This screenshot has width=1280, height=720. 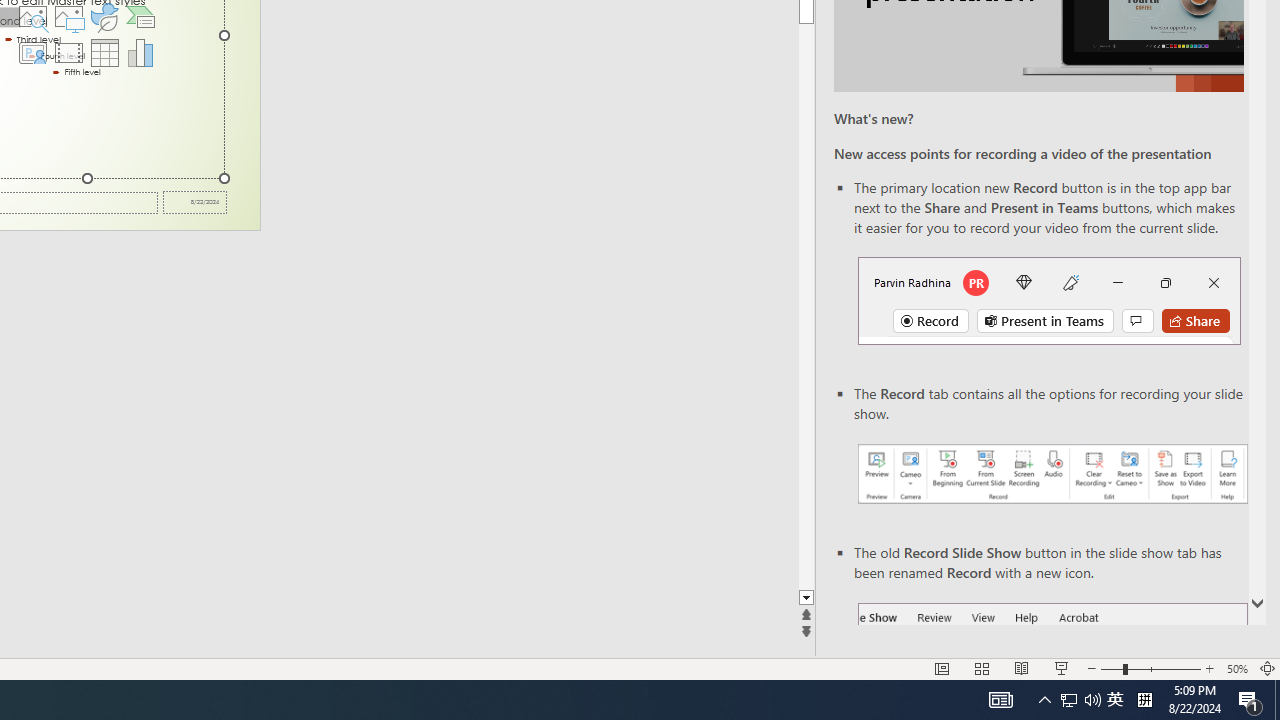 I want to click on 'Slide Sorter', so click(x=982, y=669).